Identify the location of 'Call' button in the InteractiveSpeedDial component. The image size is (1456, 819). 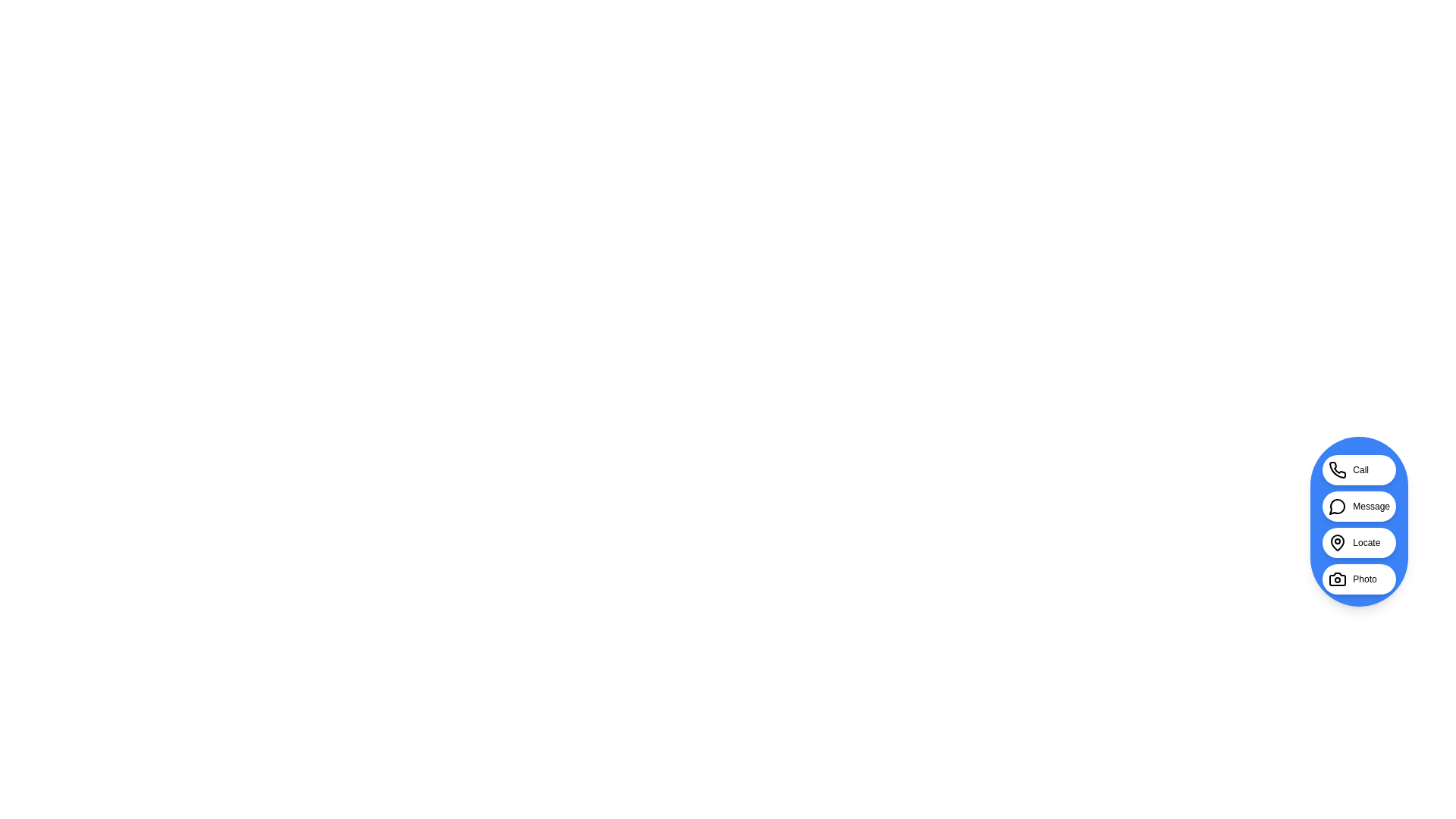
(1359, 469).